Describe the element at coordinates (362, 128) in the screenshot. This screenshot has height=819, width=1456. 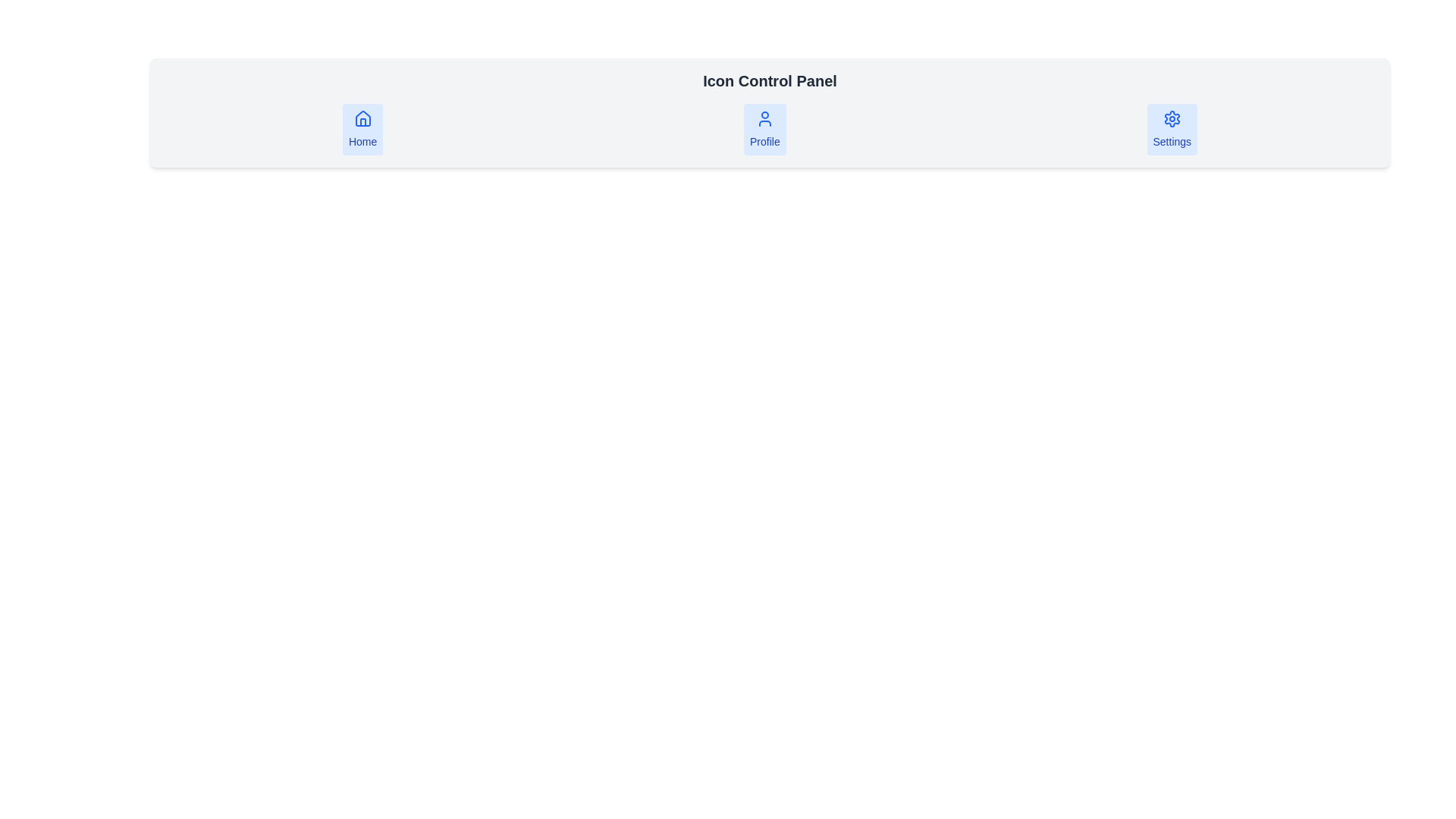
I see `the rectangular button labeled 'Home' with a house icon` at that location.